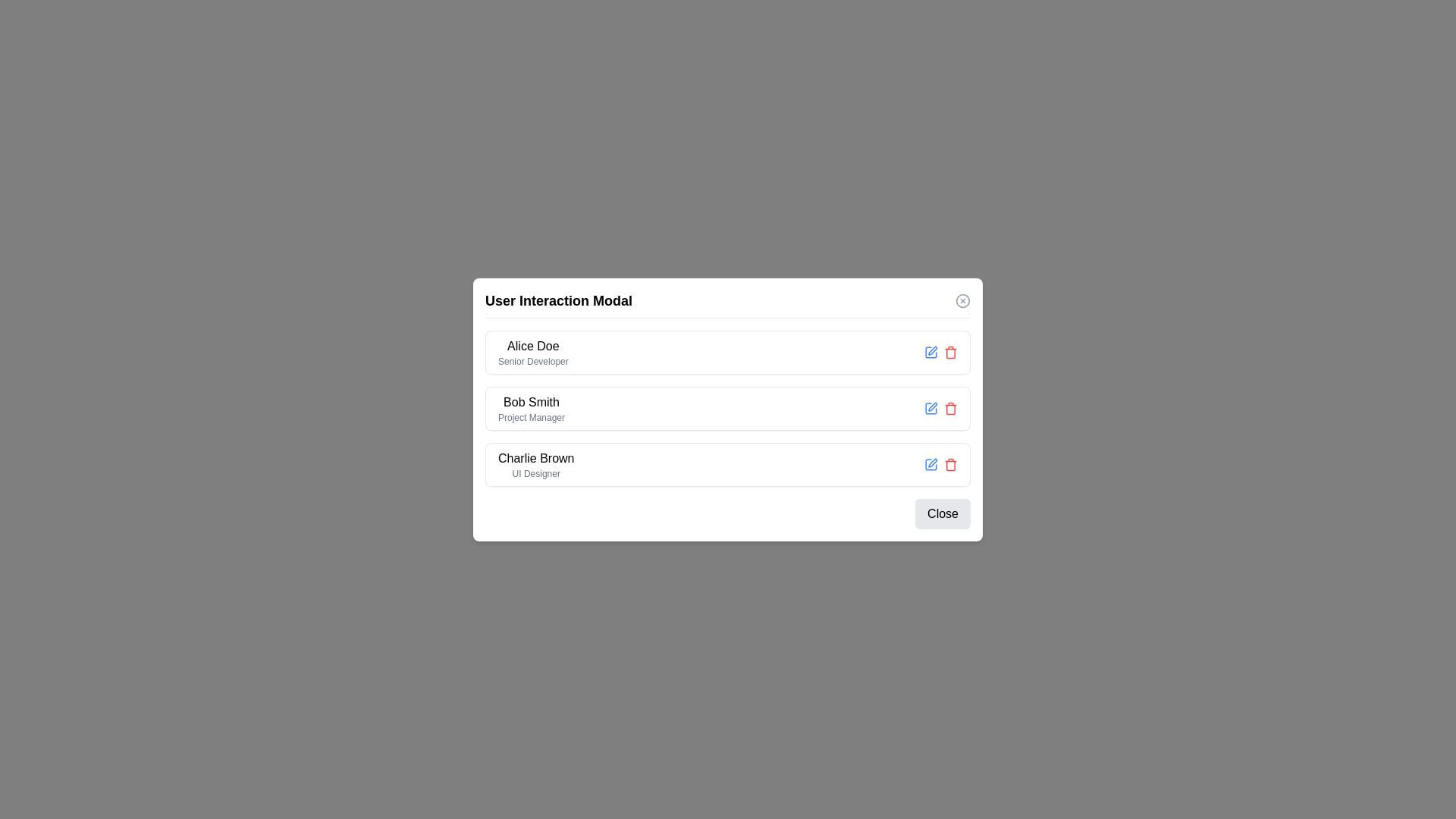  Describe the element at coordinates (531, 401) in the screenshot. I see `the text label displaying 'Bob Smith', which is located in a user interaction modal between 'Alice Doe' and 'Charlie Brown'` at that location.